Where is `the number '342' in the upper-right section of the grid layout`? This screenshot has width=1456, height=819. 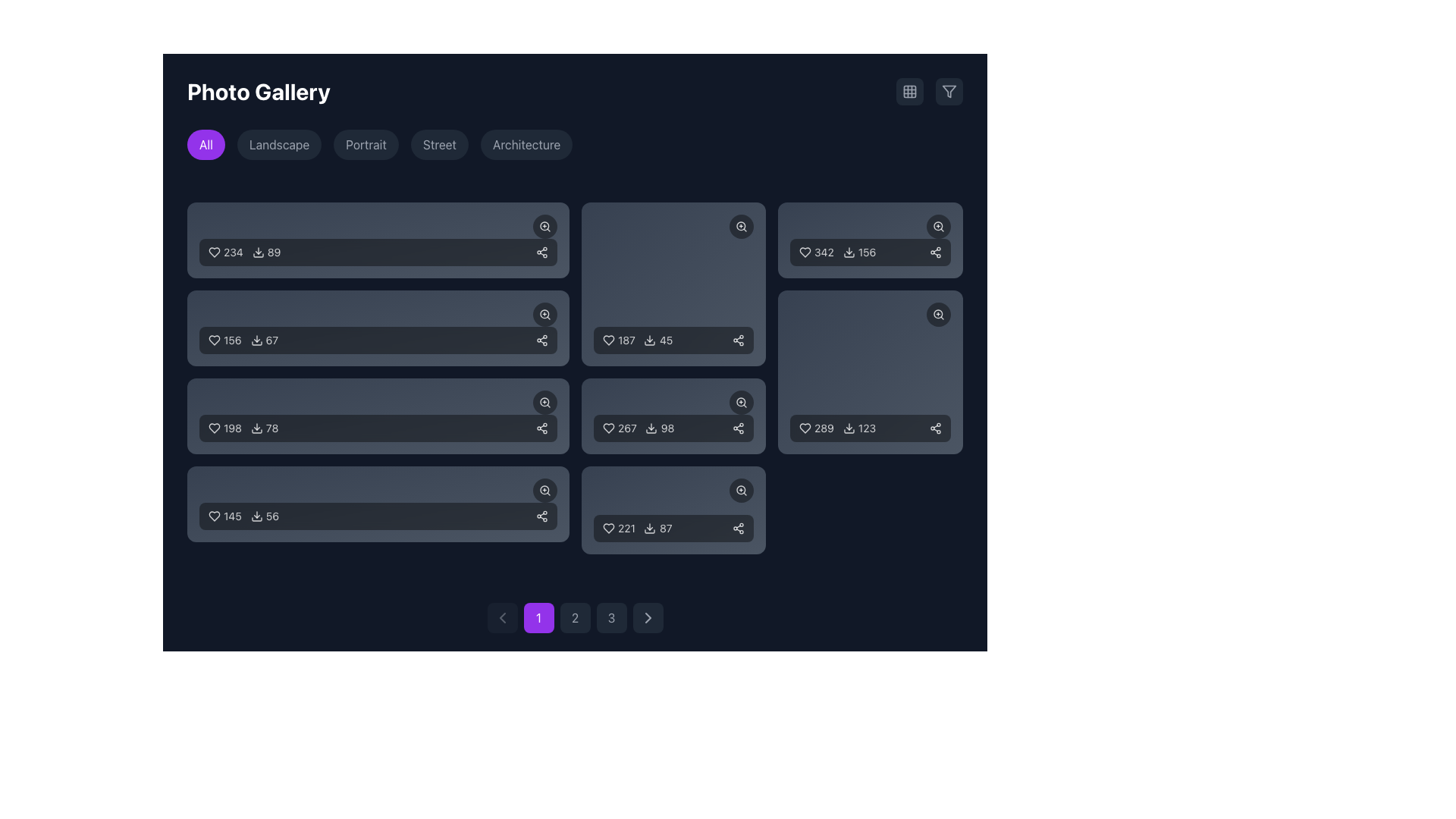 the number '342' in the upper-right section of the grid layout is located at coordinates (836, 251).